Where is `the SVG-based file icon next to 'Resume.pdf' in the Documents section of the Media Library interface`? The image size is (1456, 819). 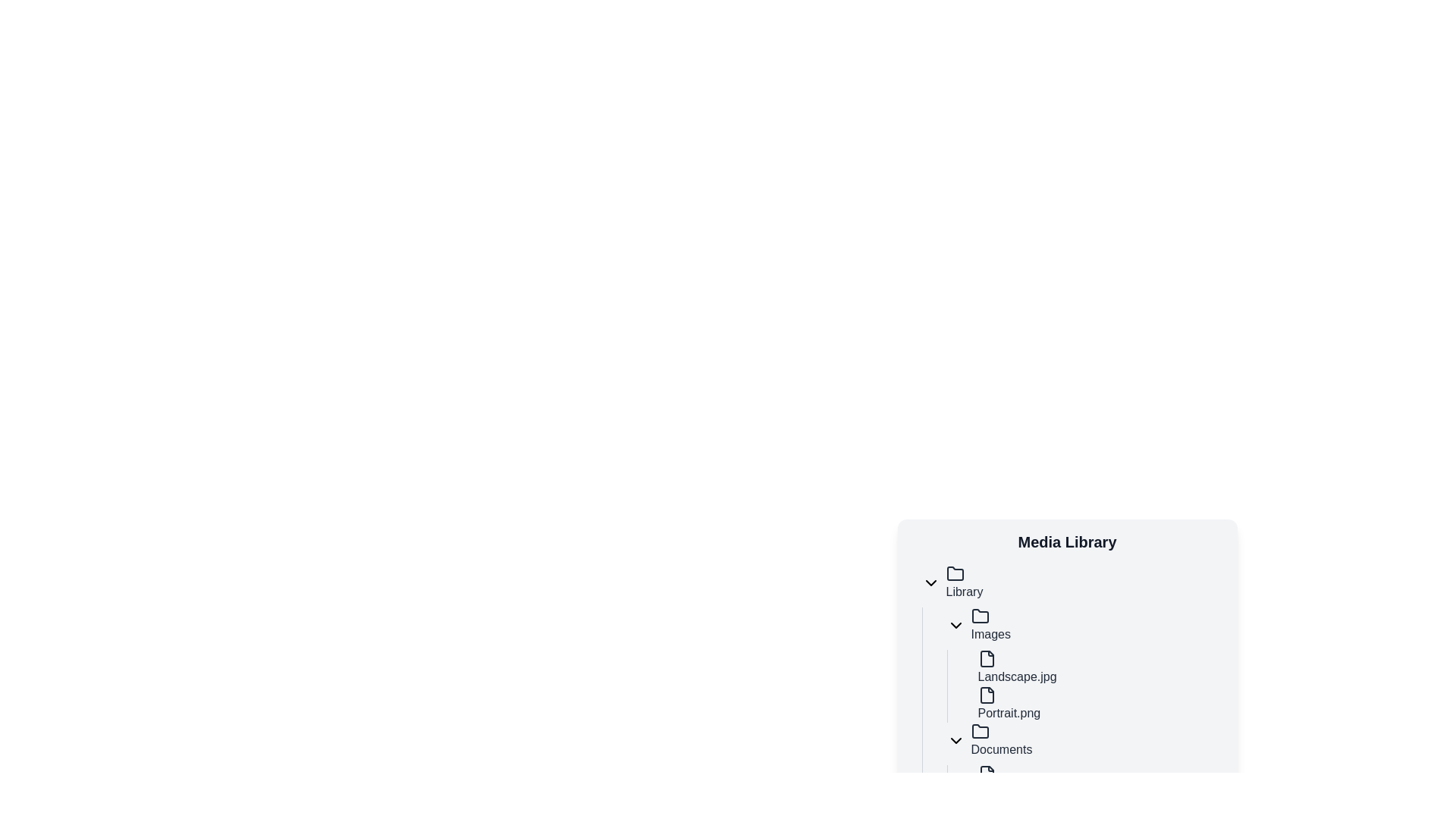 the SVG-based file icon next to 'Resume.pdf' in the Documents section of the Media Library interface is located at coordinates (987, 774).